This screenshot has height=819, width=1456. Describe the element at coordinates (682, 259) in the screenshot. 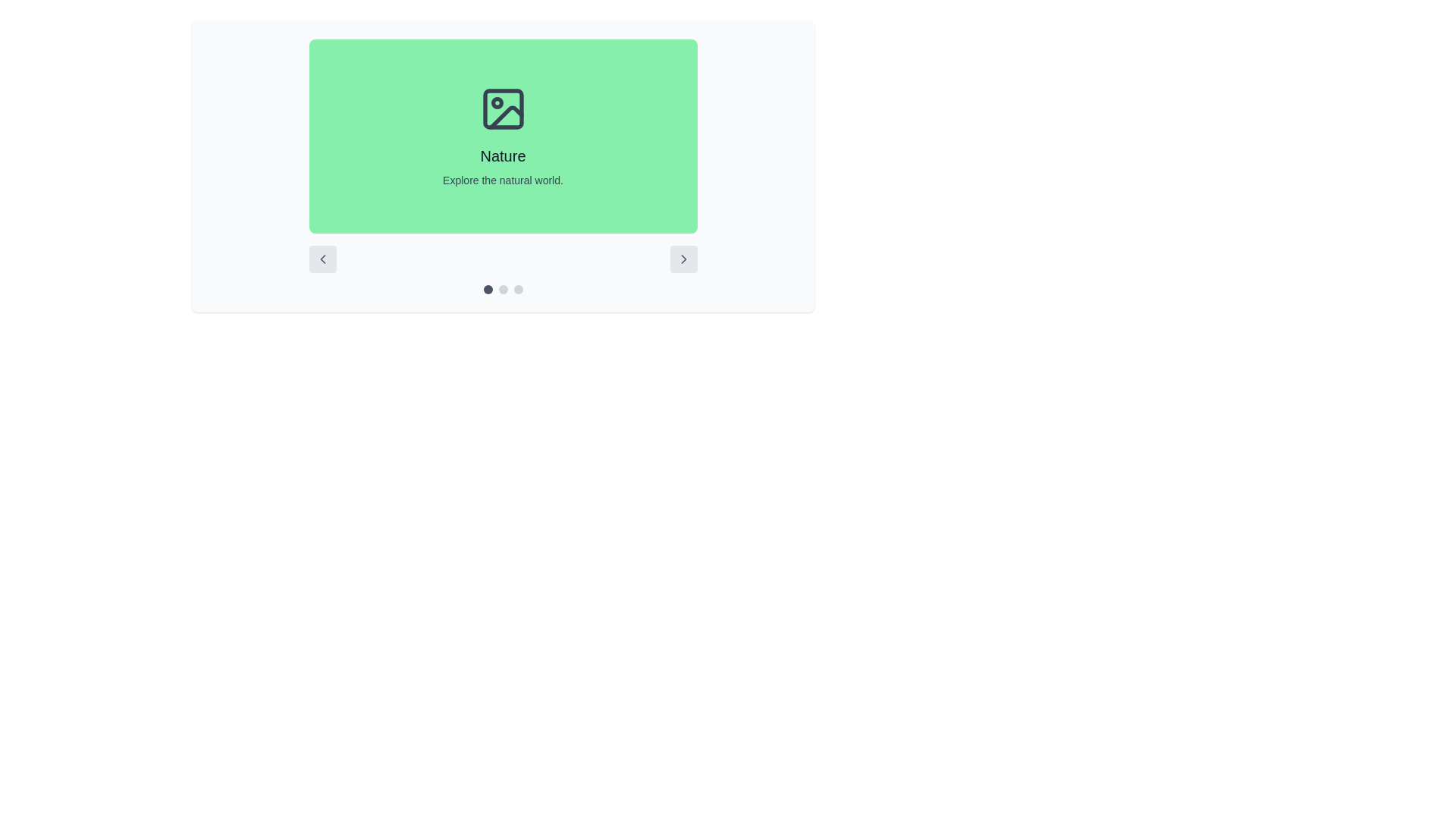

I see `the right-chevron SVG icon located in the bottom-right portion of the navigation control` at that location.